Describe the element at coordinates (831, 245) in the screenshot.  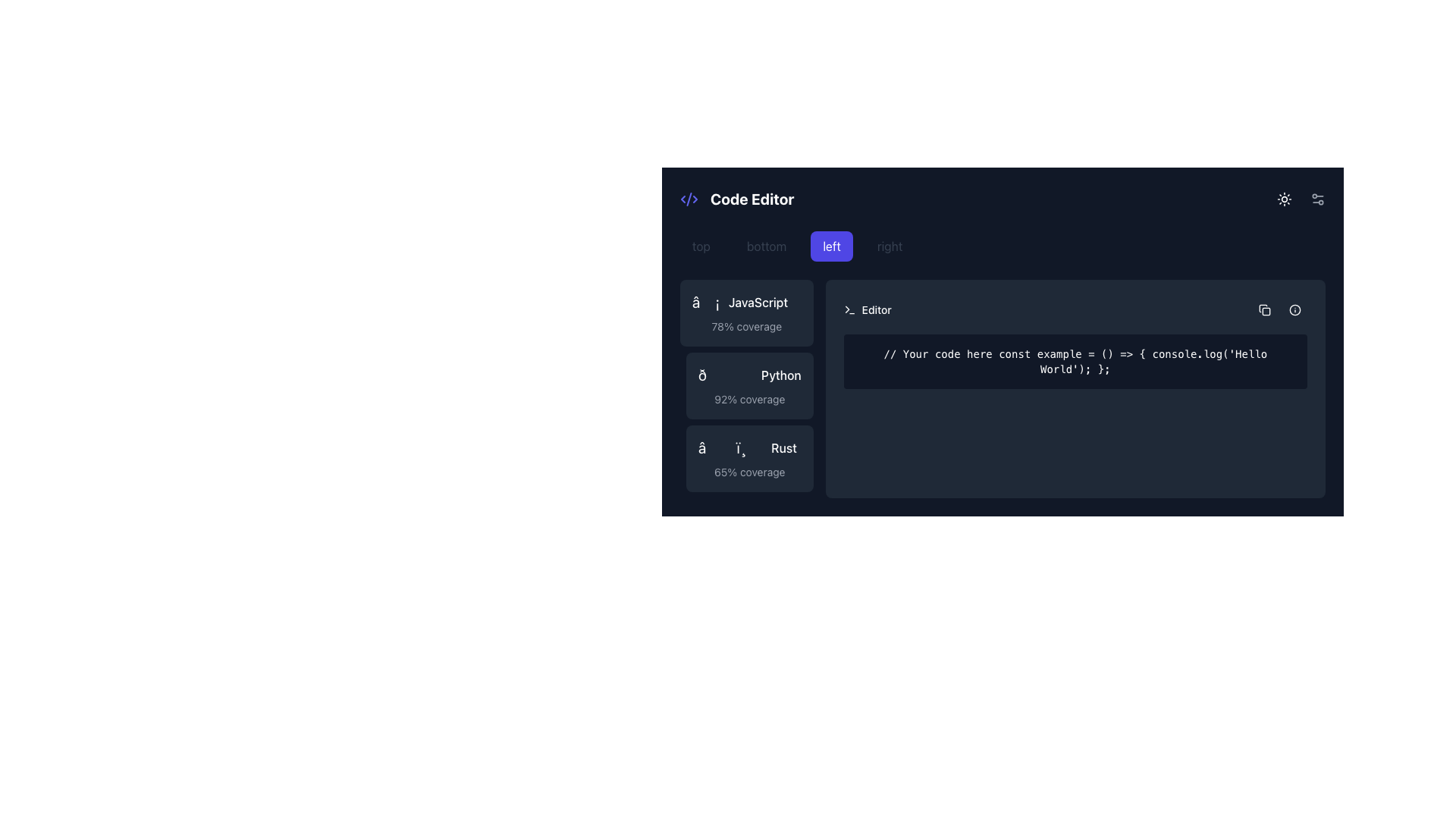
I see `the blue button with white text reading 'left'` at that location.